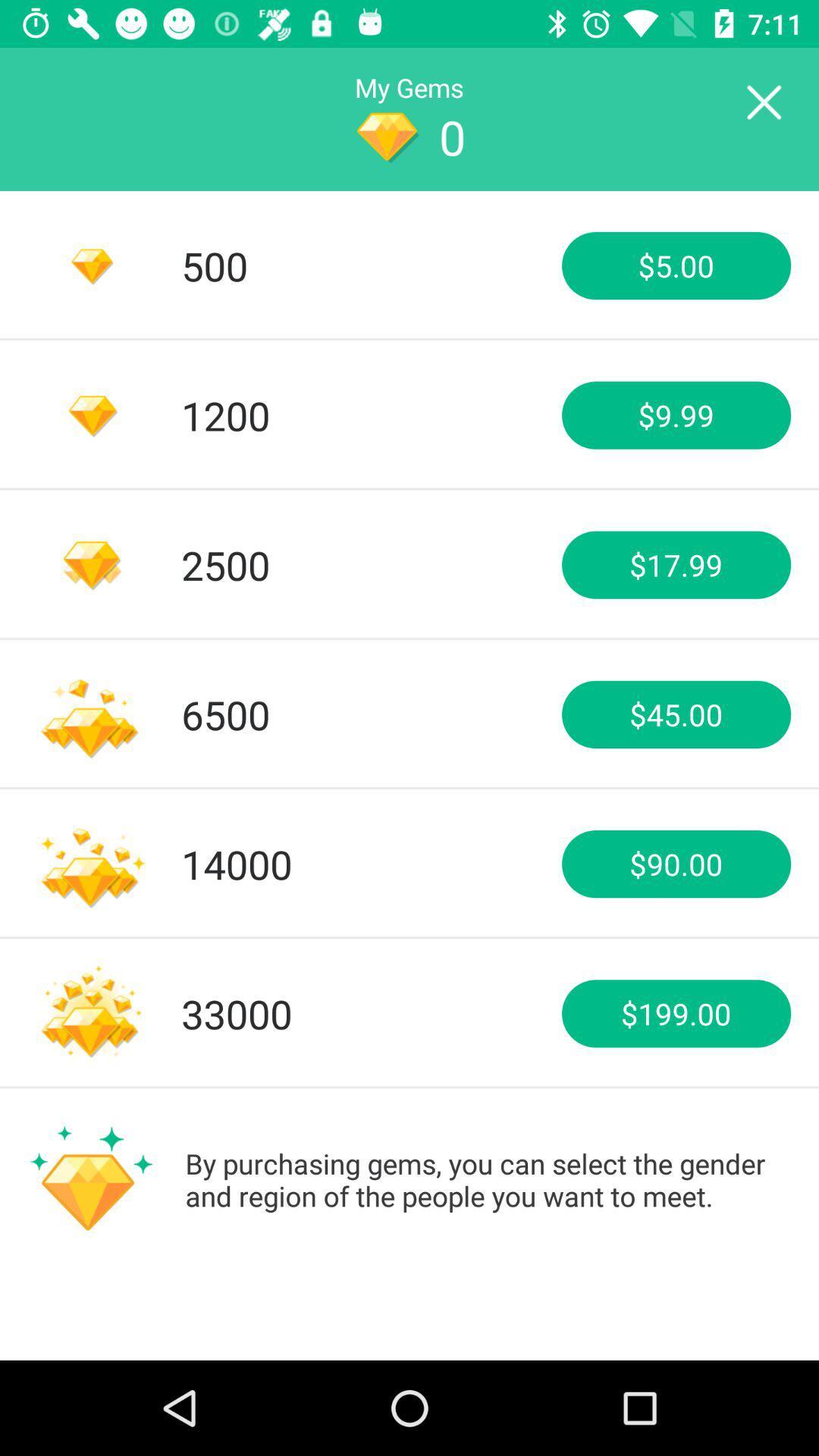 The height and width of the screenshot is (1456, 819). I want to click on window, so click(763, 102).